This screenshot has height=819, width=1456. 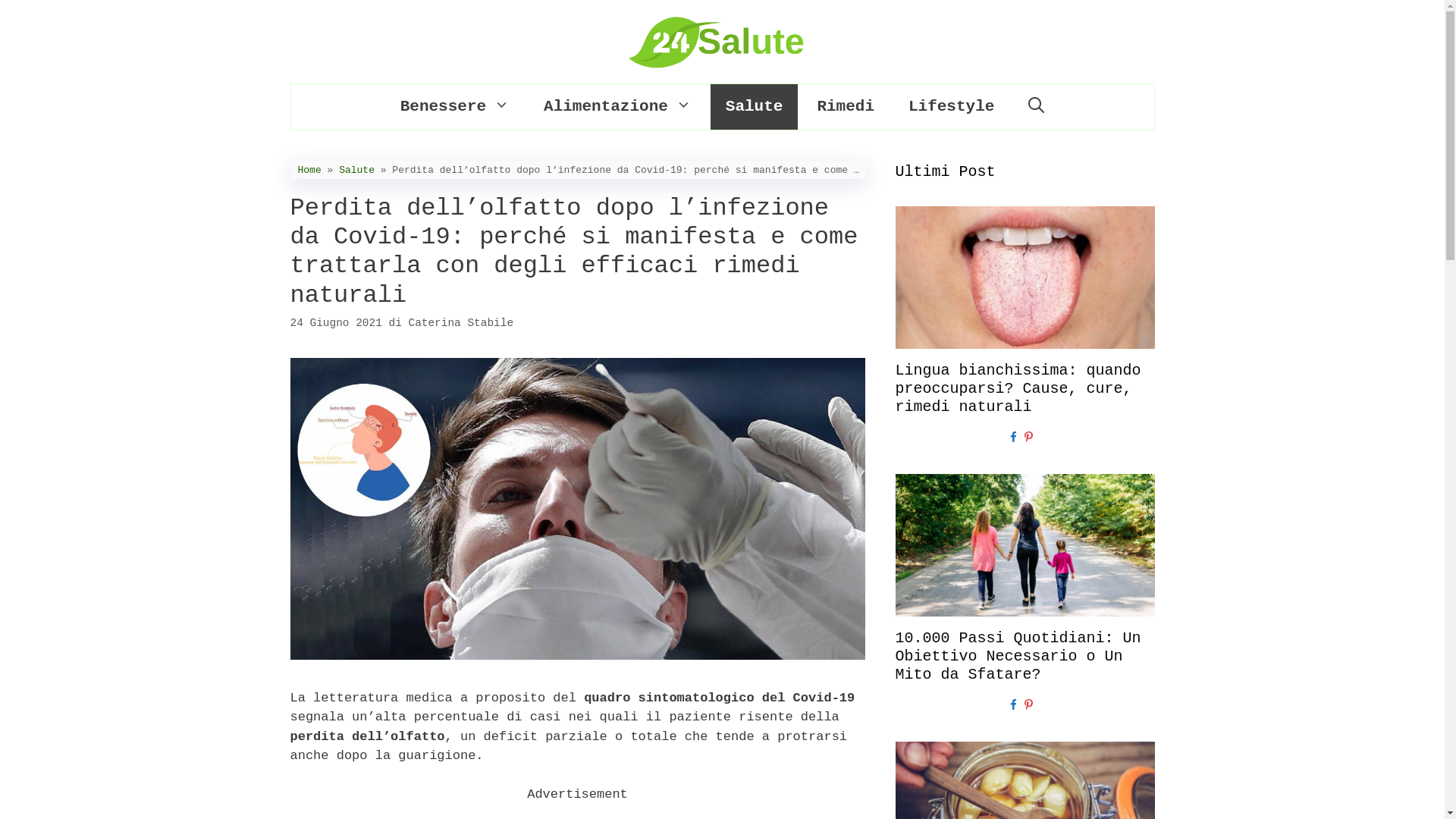 I want to click on 'Home', so click(x=308, y=170).